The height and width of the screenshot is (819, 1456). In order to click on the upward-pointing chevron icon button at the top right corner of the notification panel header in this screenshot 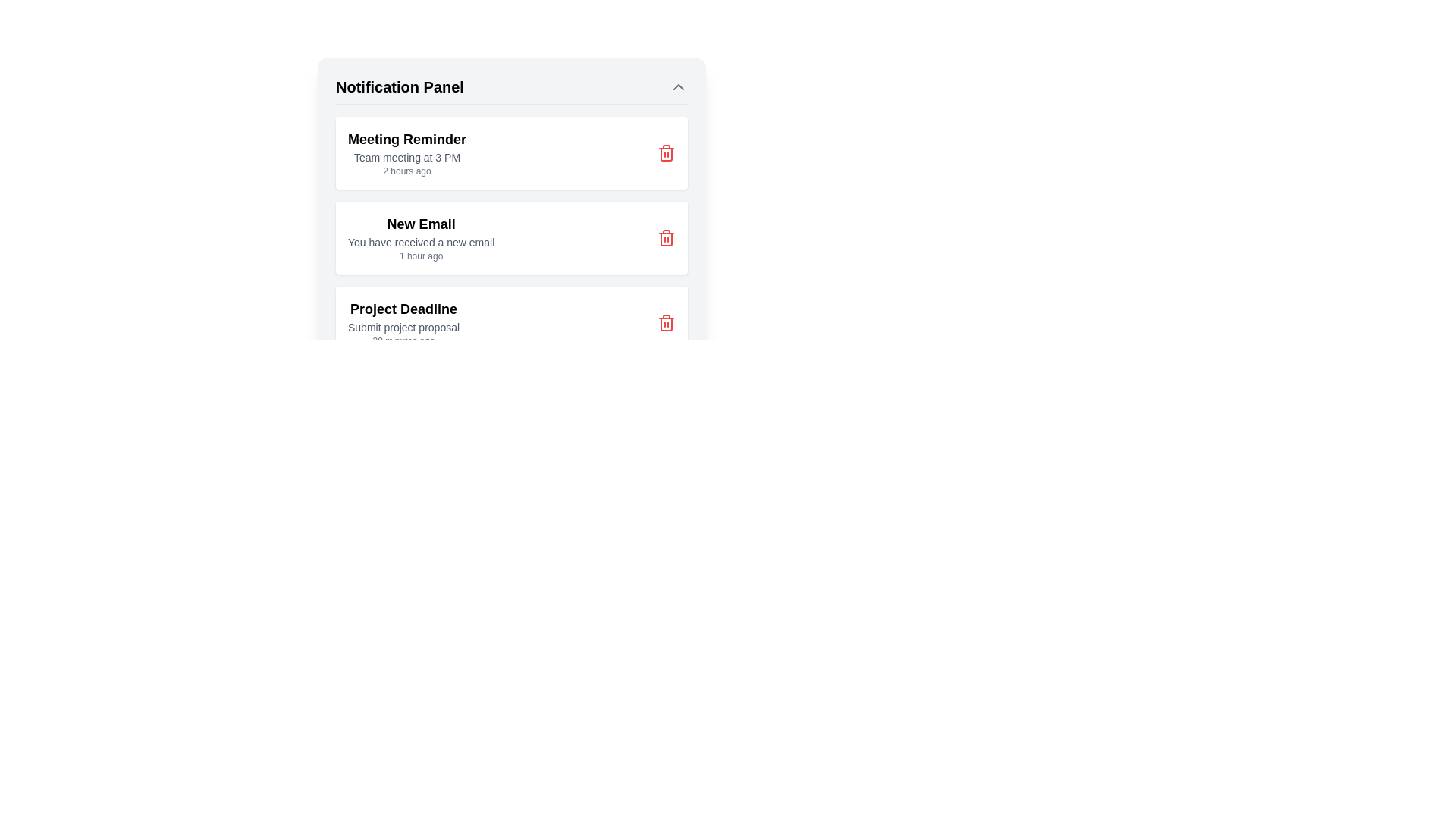, I will do `click(677, 87)`.